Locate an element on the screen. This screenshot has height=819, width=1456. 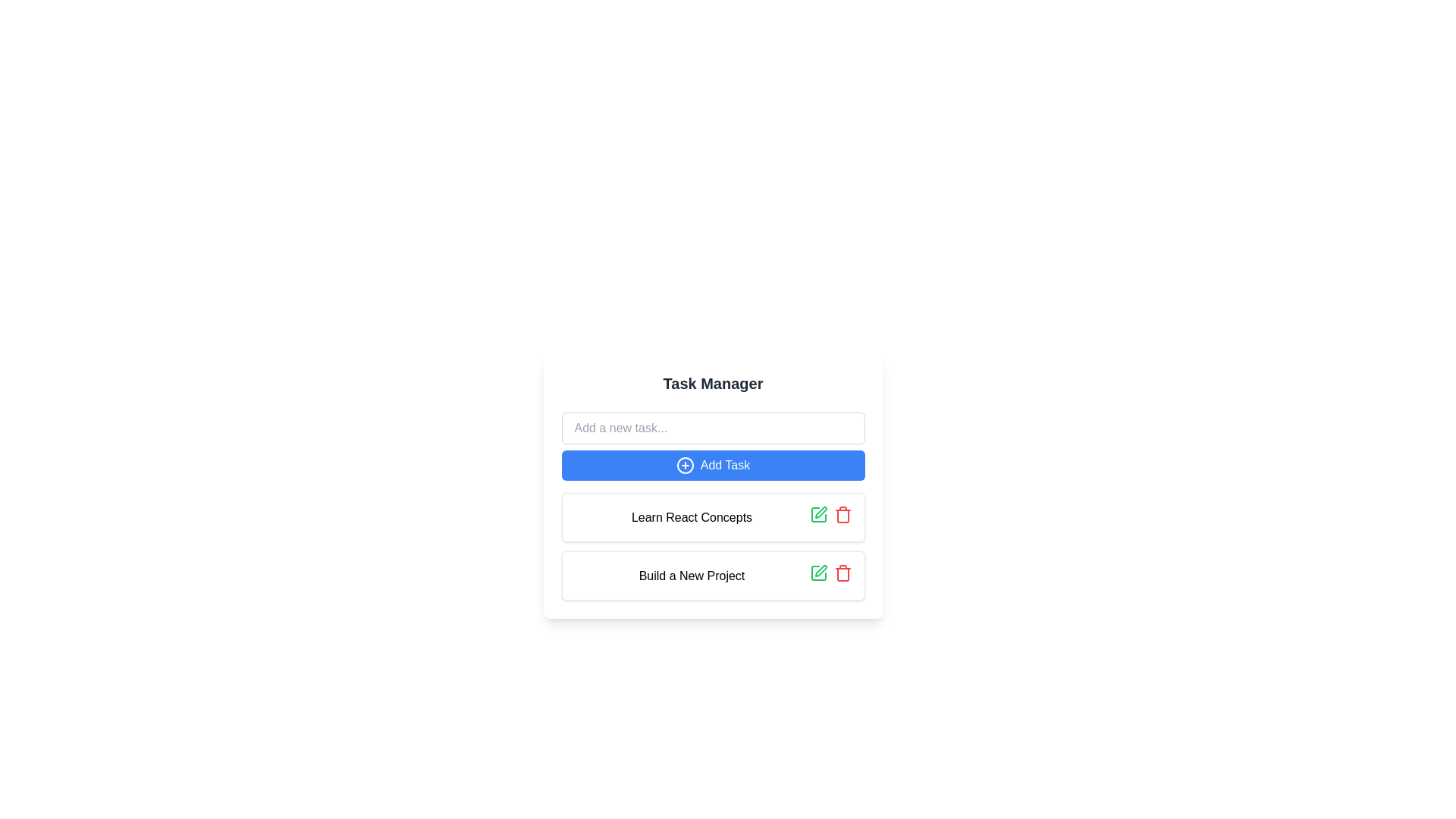
the 'Add Task' icon located to the left of the button label to interact with the button is located at coordinates (684, 464).